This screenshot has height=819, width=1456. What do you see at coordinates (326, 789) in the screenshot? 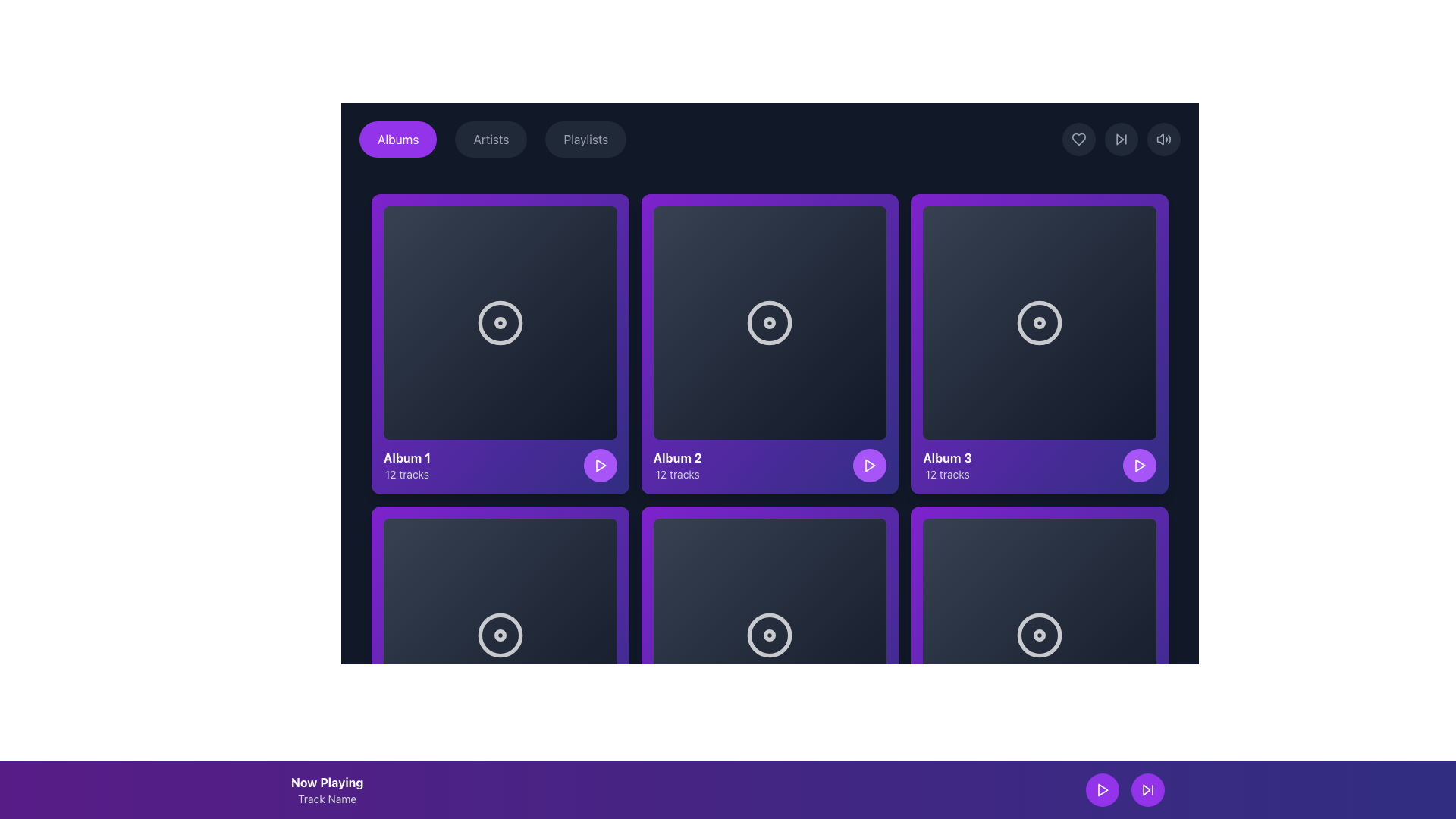
I see `information displayed in the Text Display located at the bottom-left corner of the application layout, which shows 'Now Playing' and 'Track Name'` at bounding box center [326, 789].